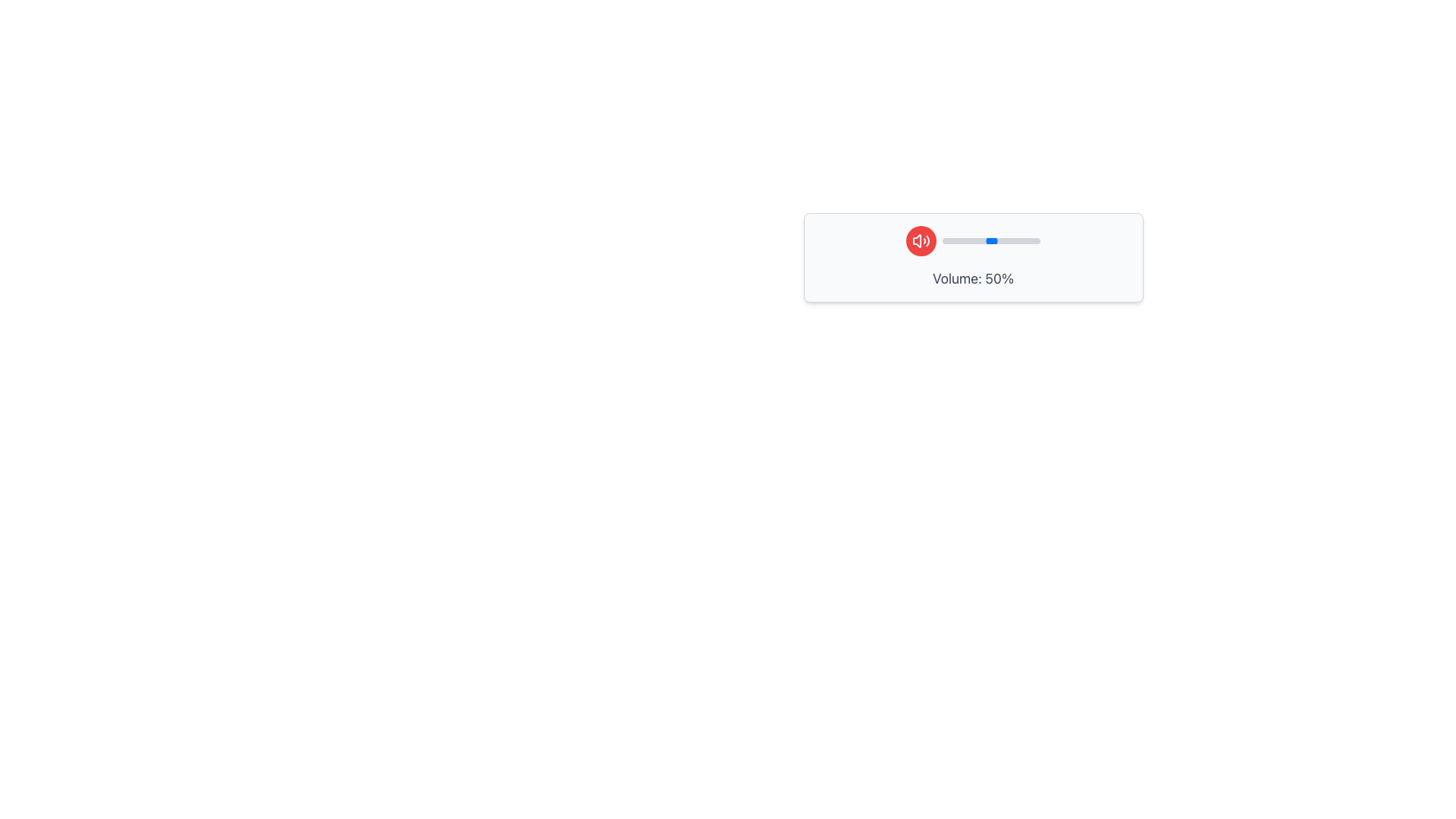 The height and width of the screenshot is (819, 1456). Describe the element at coordinates (1033, 240) in the screenshot. I see `volume` at that location.